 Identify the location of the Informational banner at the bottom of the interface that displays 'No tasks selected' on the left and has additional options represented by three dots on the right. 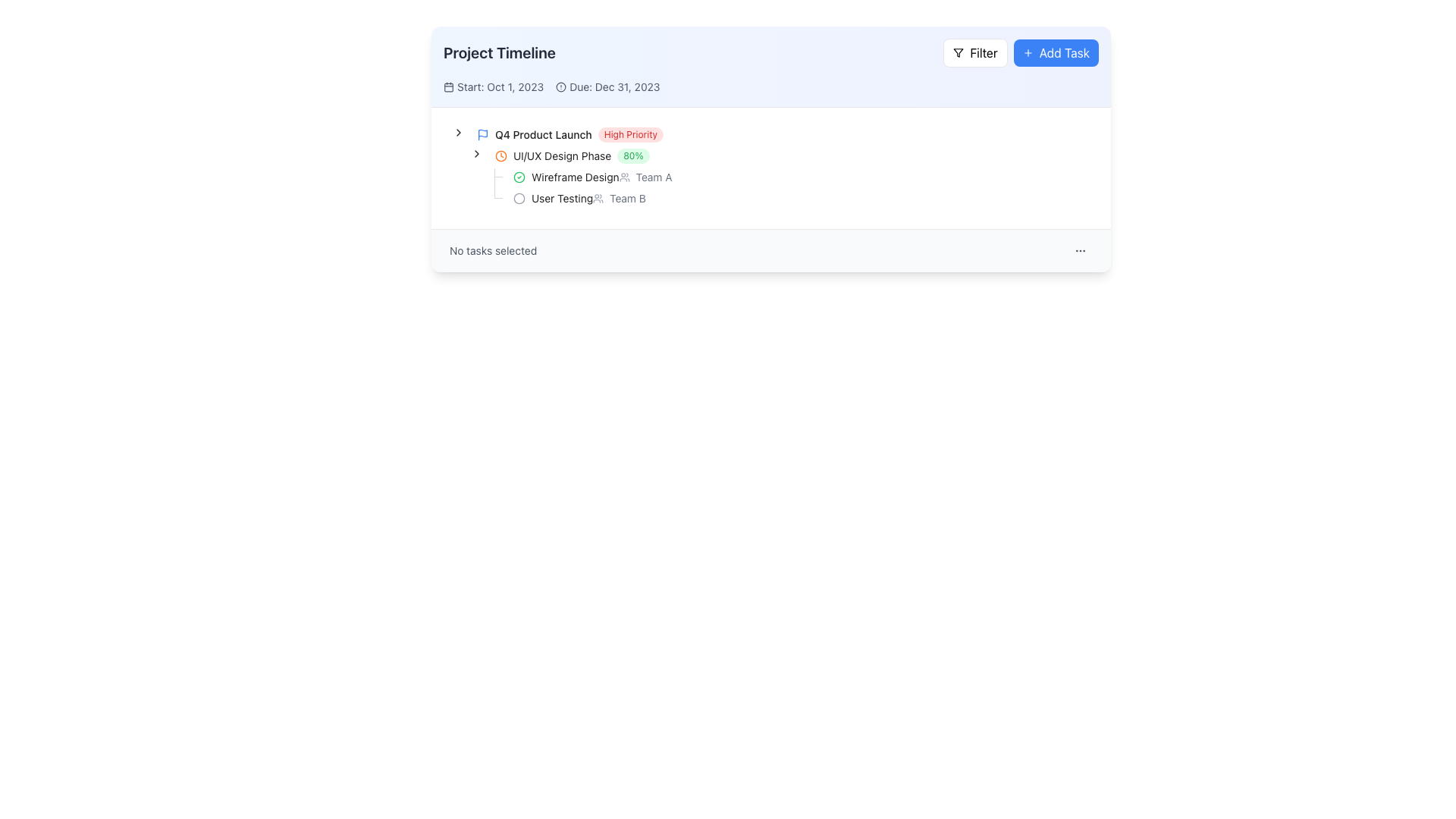
(771, 250).